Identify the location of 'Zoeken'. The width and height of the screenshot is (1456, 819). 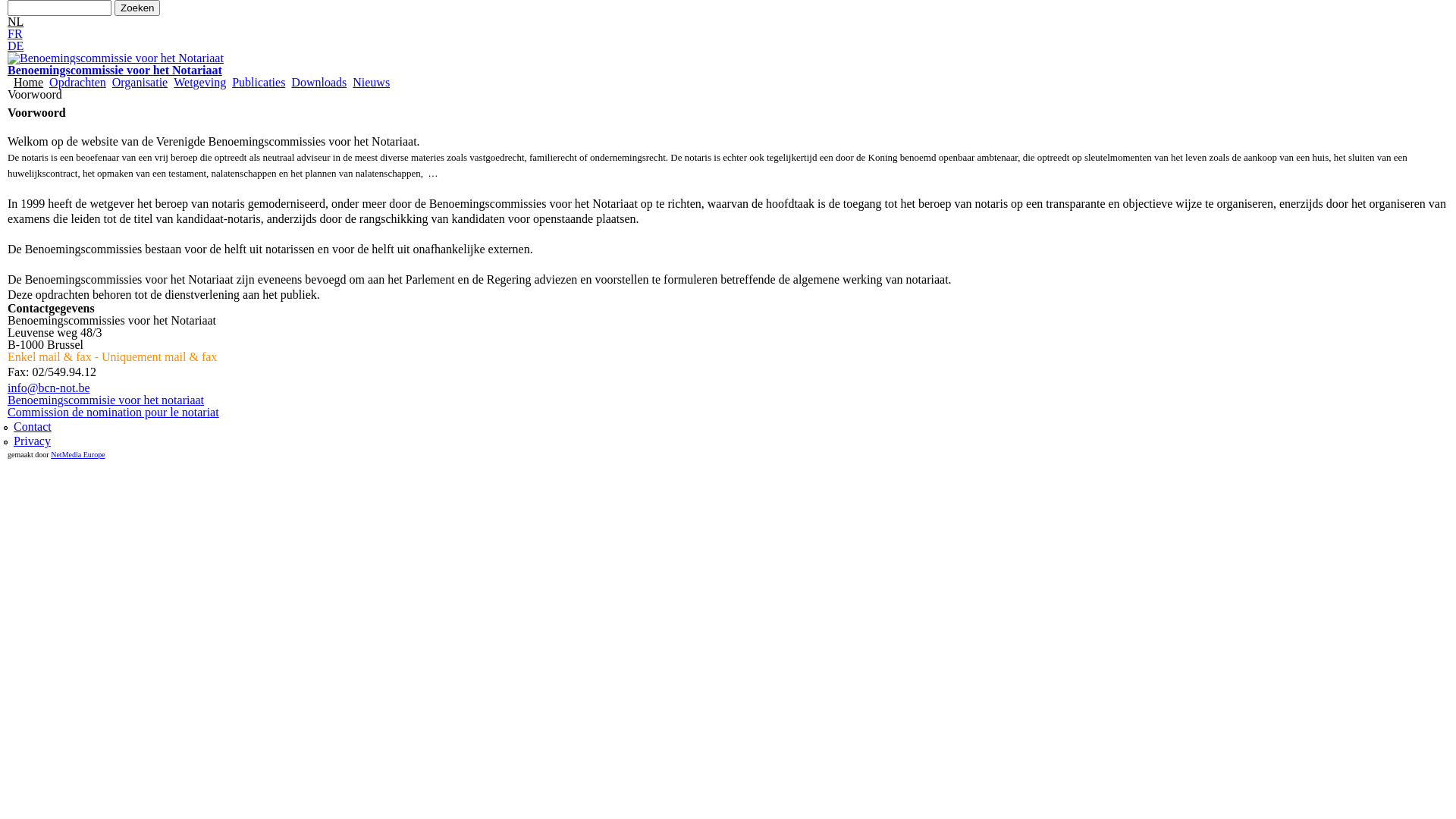
(137, 8).